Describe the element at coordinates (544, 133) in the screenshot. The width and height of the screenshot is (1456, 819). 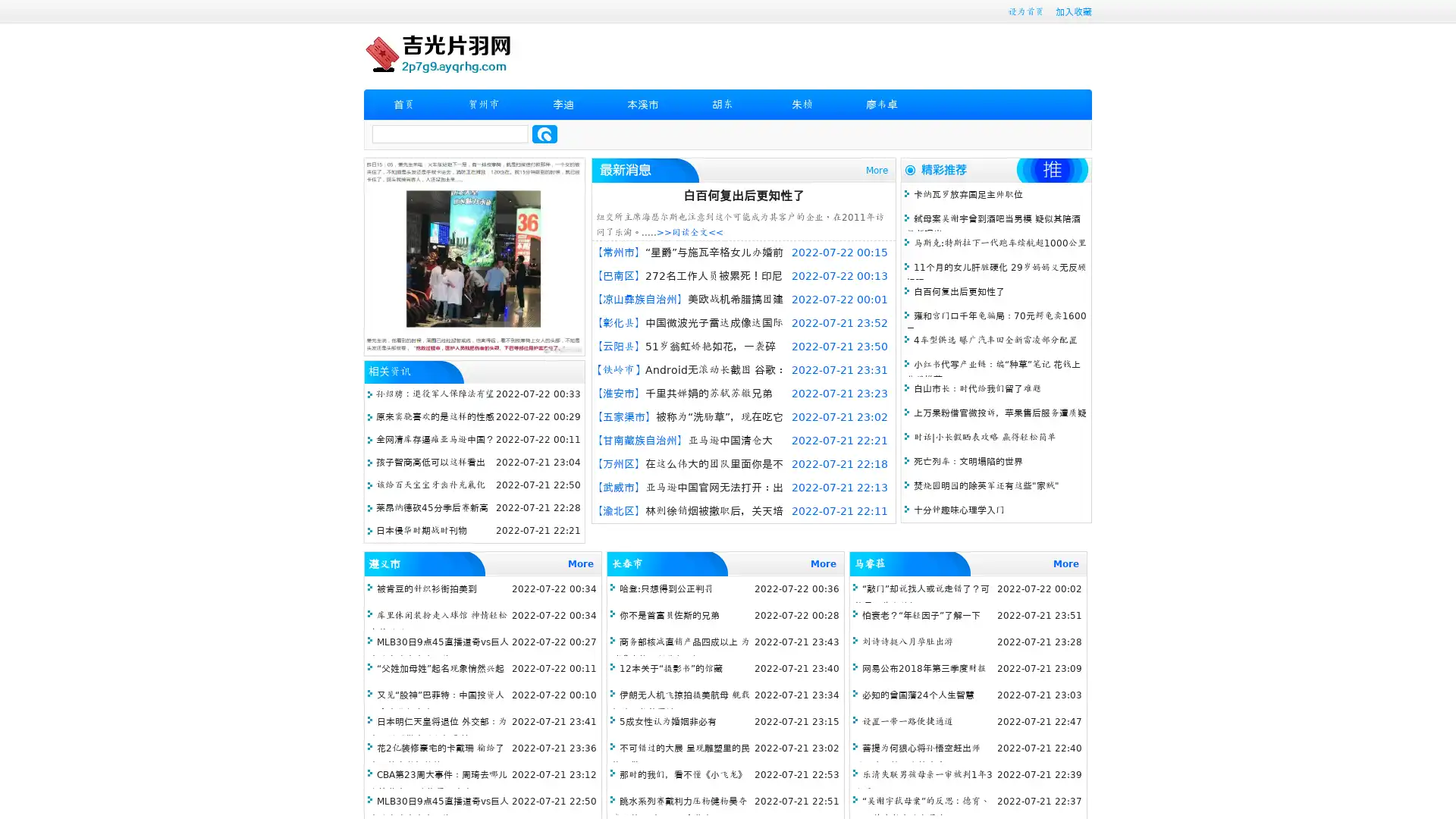
I see `Search` at that location.